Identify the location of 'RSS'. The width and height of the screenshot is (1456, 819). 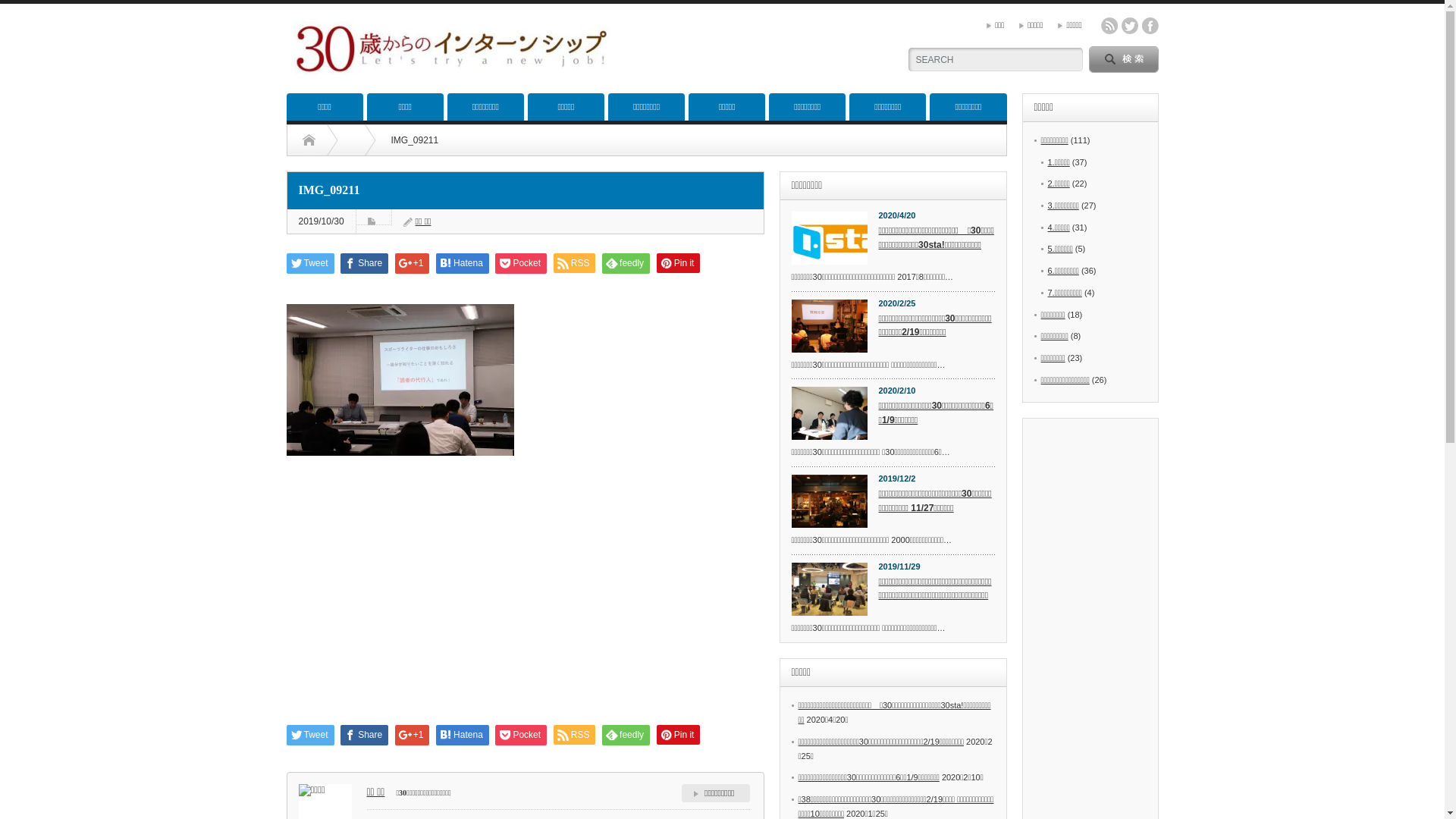
(574, 262).